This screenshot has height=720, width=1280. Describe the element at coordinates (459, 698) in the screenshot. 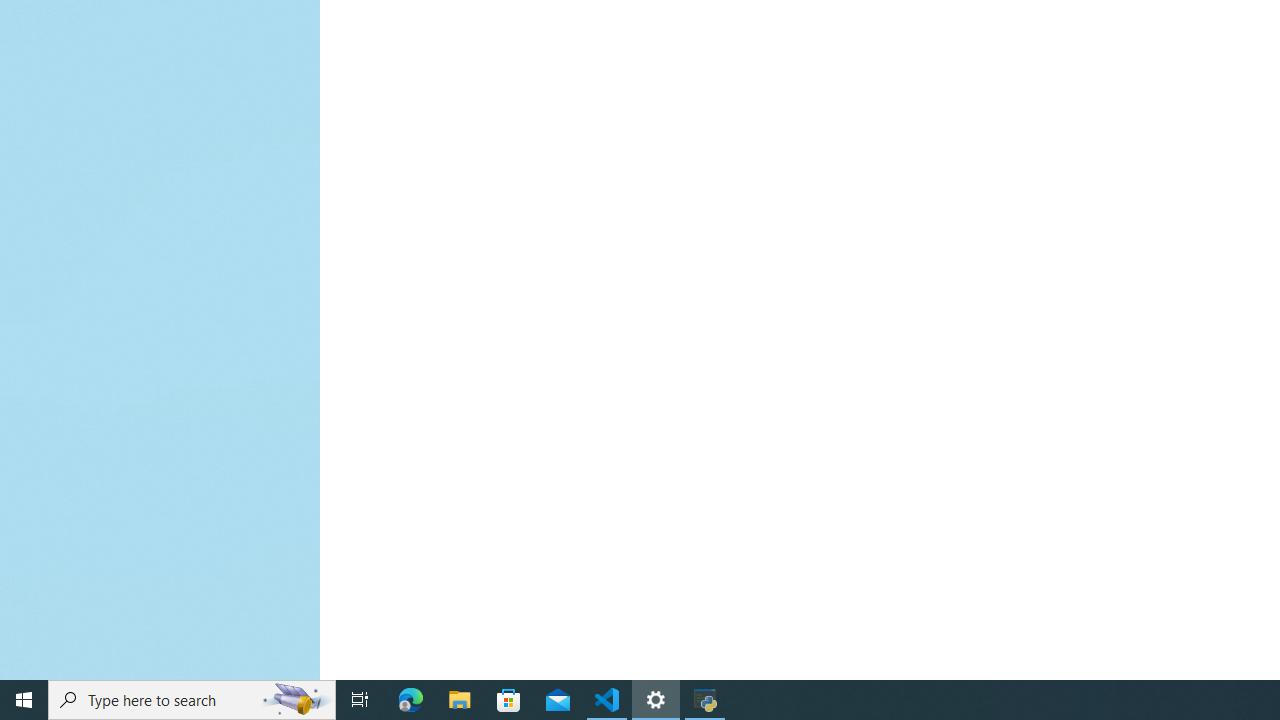

I see `'File Explorer'` at that location.